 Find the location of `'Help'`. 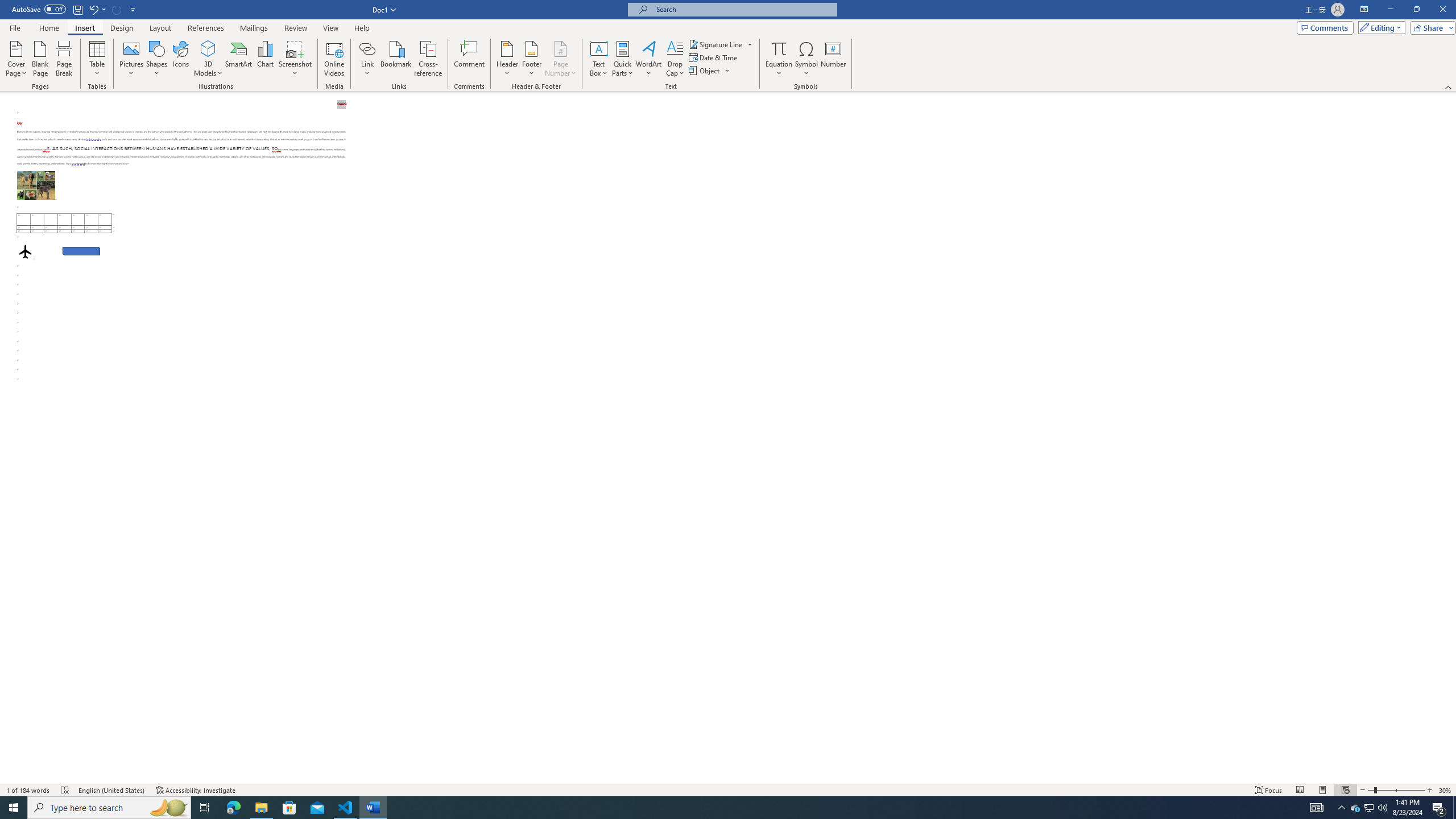

'Help' is located at coordinates (361, 28).